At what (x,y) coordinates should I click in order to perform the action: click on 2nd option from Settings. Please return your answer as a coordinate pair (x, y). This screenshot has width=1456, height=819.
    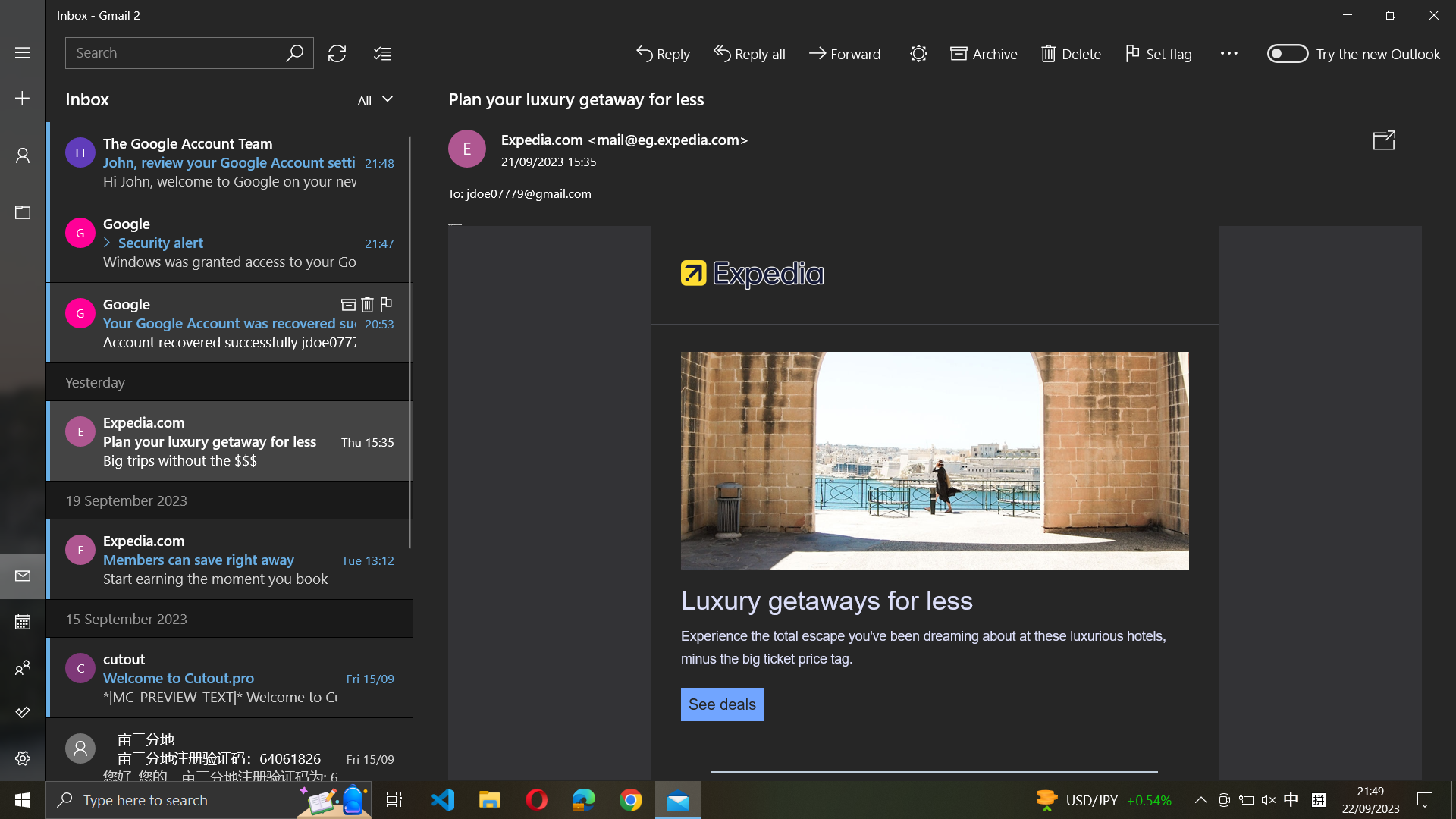
    Looking at the image, I should click on (22, 760).